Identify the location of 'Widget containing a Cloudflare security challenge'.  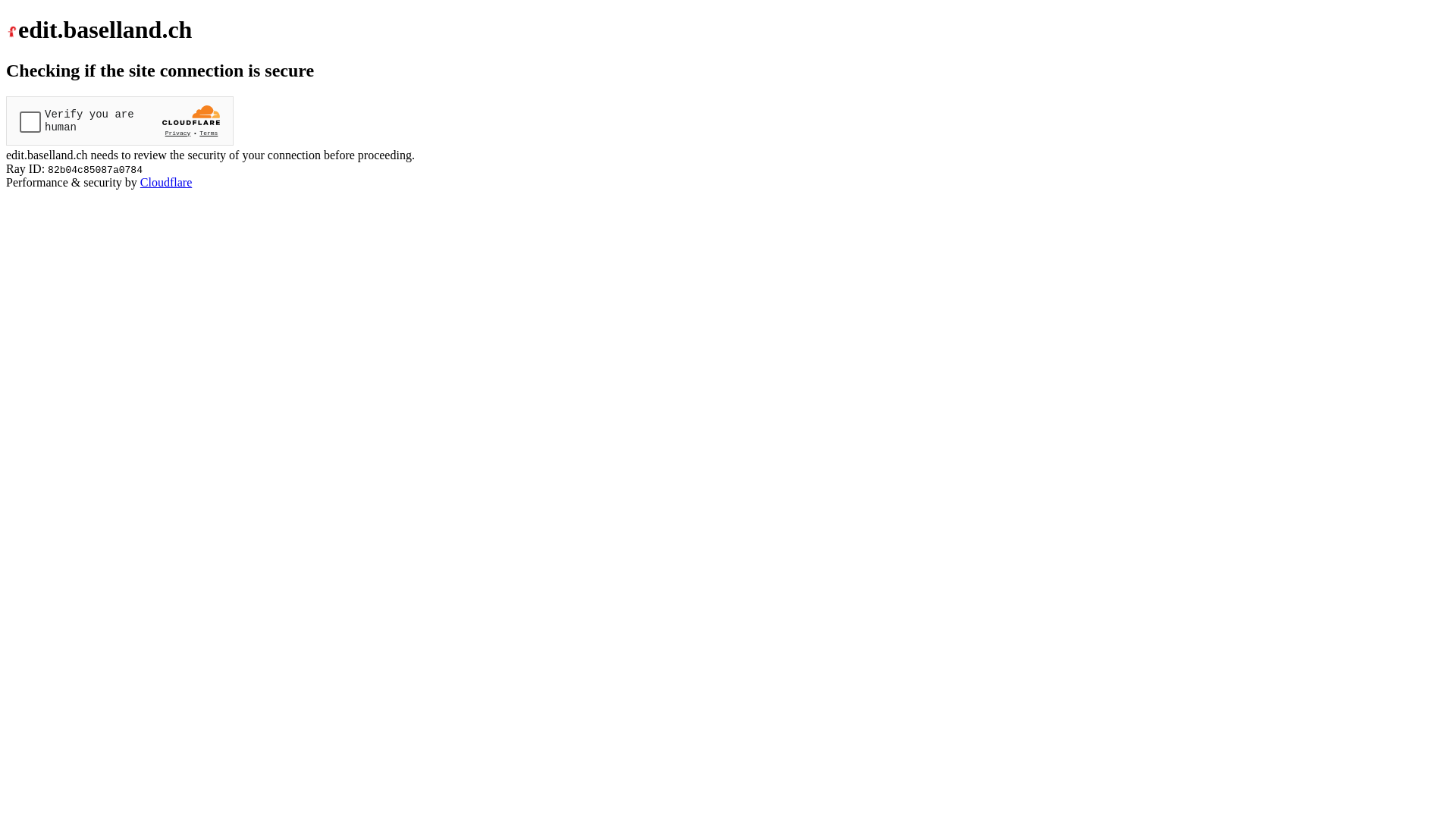
(119, 120).